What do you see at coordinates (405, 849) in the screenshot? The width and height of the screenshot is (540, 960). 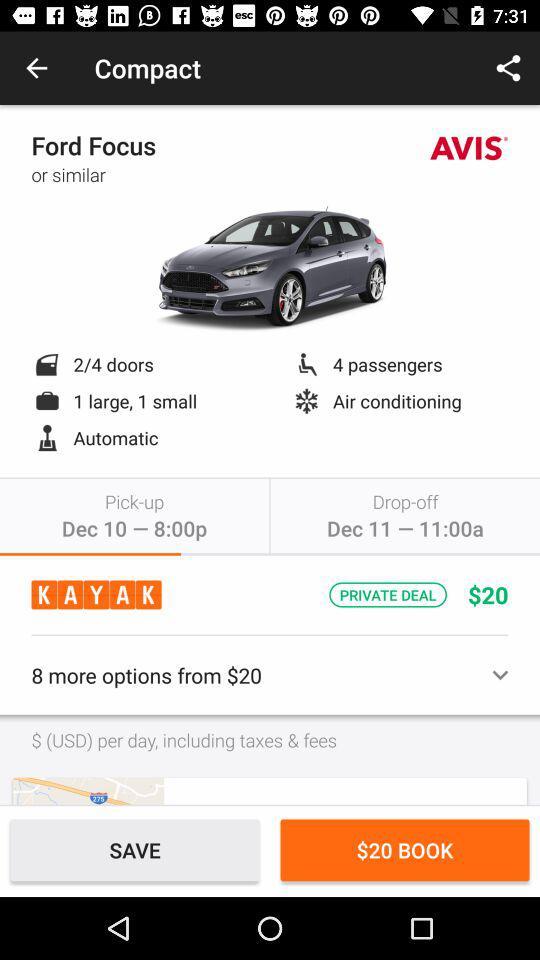 I see `item at the bottom right corner` at bounding box center [405, 849].